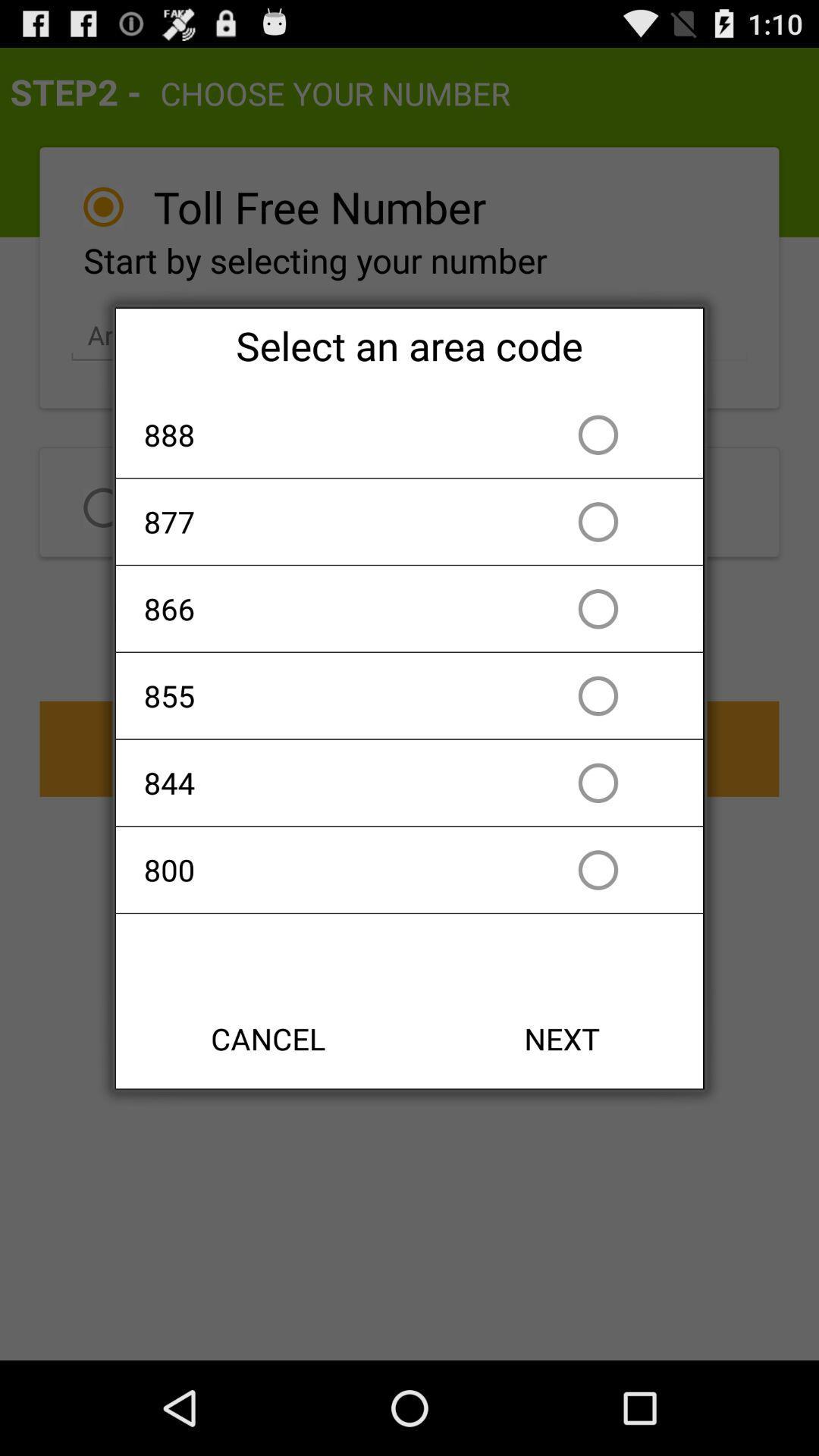  Describe the element at coordinates (322, 783) in the screenshot. I see `the 844 app` at that location.